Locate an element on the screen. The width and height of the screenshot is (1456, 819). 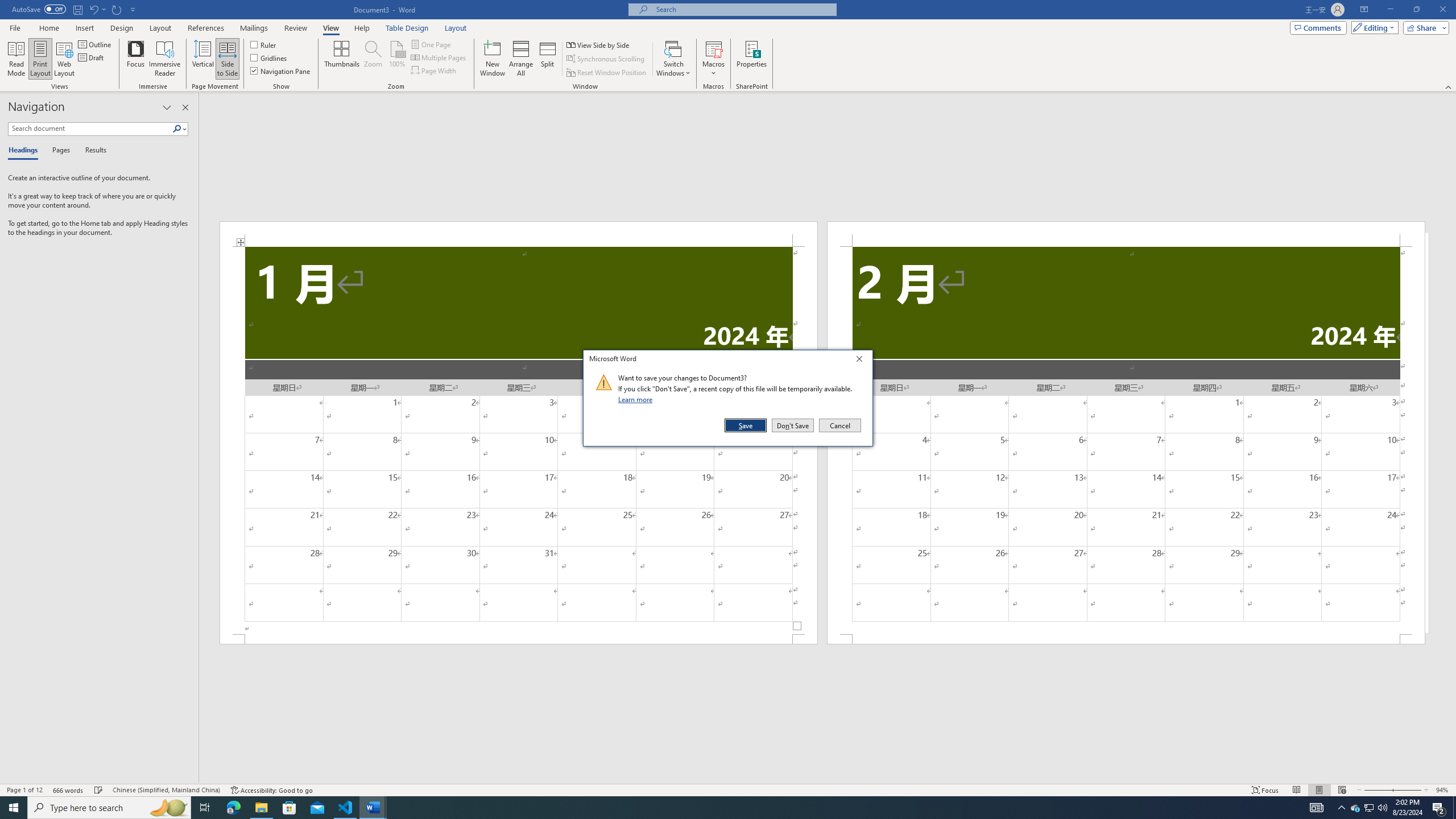
'Spelling and Grammar Check Checking' is located at coordinates (99, 790).